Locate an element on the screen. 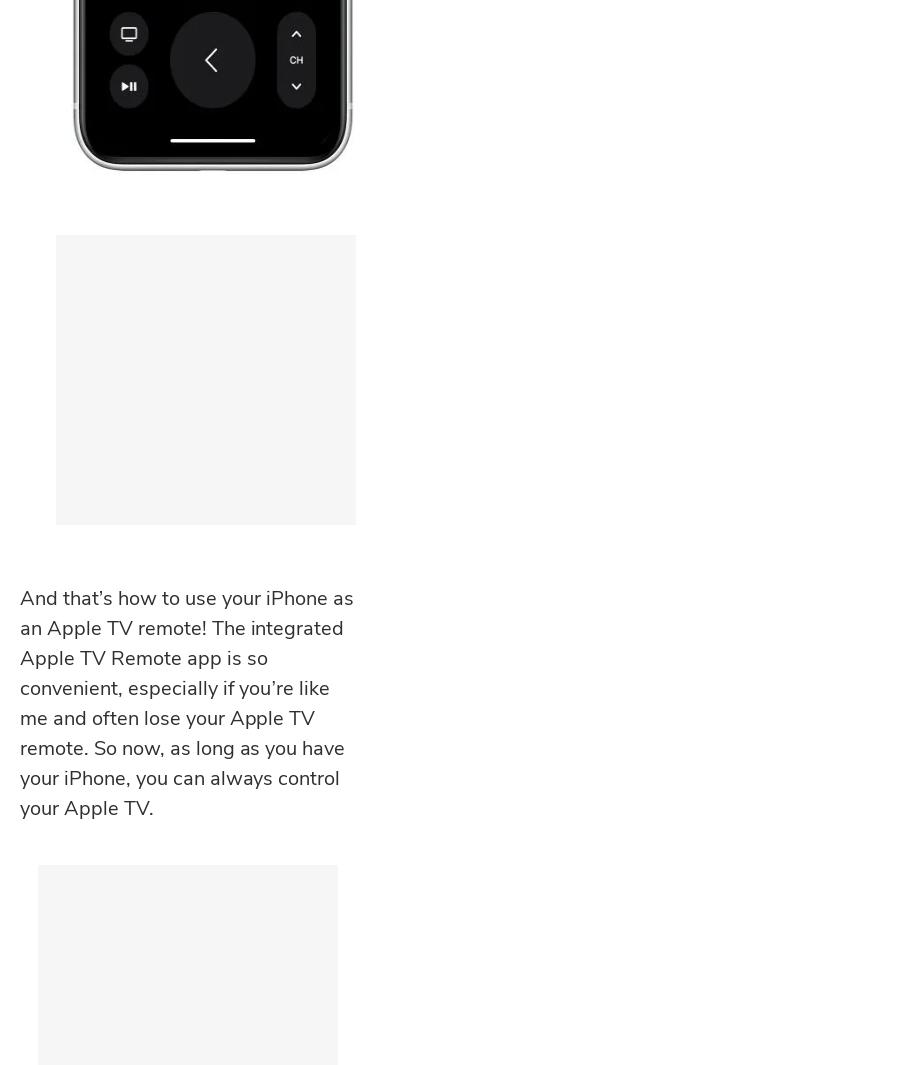 The image size is (905, 1065). 'to get our FREE Tip of the Day delivered right to your inbox.' is located at coordinates (184, 711).